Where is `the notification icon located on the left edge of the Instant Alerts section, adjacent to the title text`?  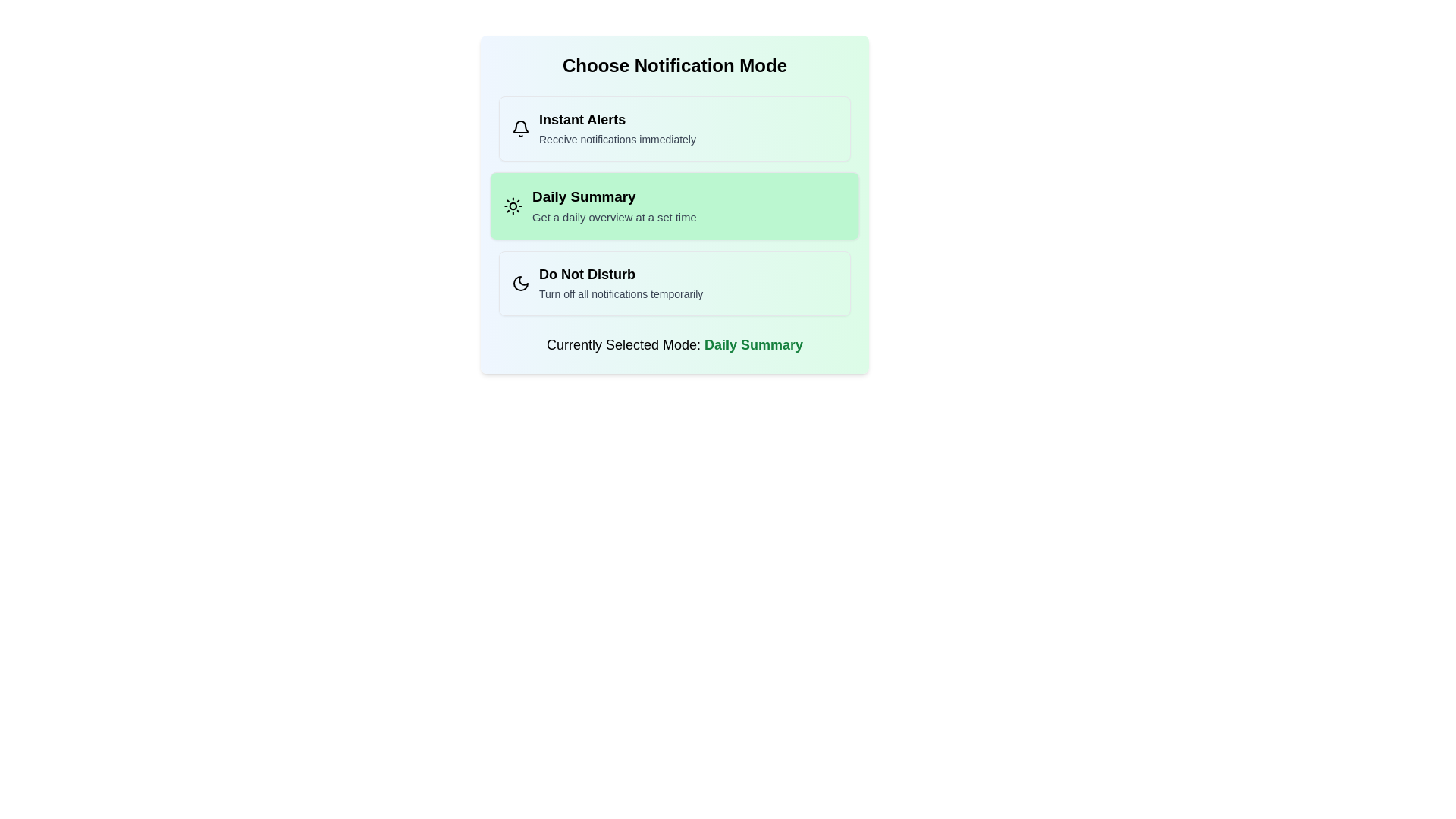 the notification icon located on the left edge of the Instant Alerts section, adjacent to the title text is located at coordinates (520, 127).